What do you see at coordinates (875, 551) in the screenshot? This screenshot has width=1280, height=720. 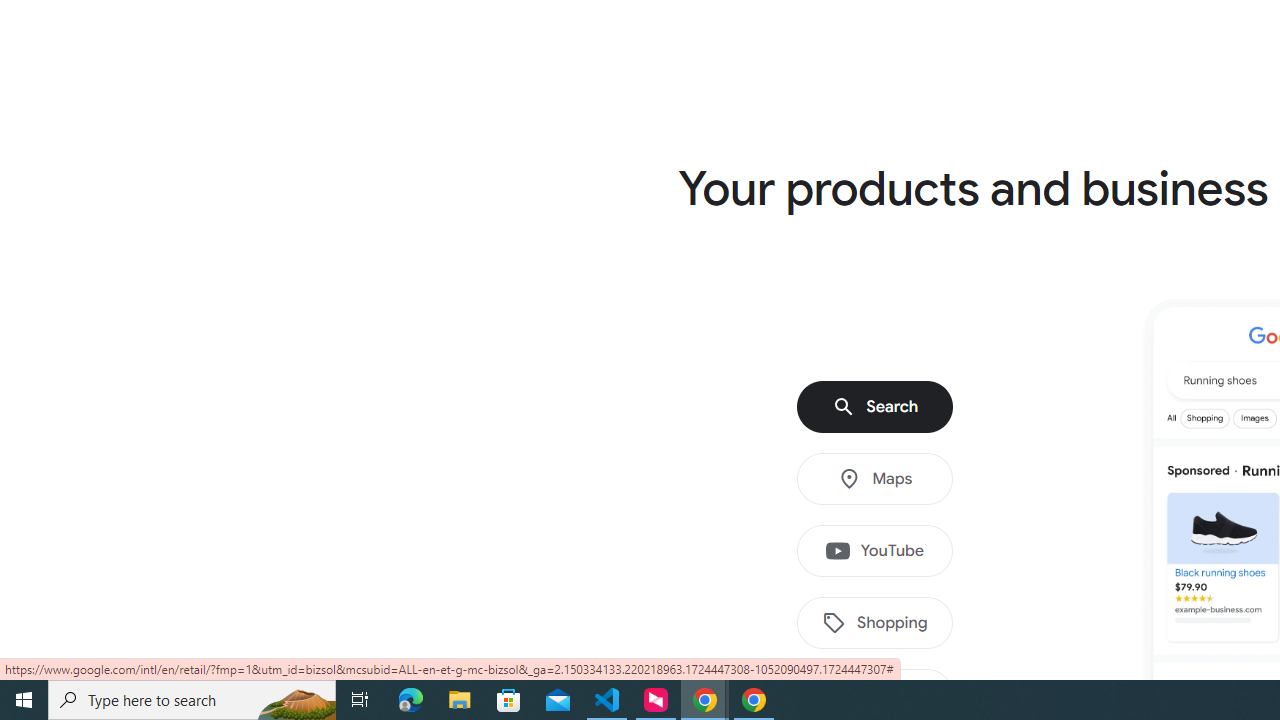 I see `'YouTube'` at bounding box center [875, 551].